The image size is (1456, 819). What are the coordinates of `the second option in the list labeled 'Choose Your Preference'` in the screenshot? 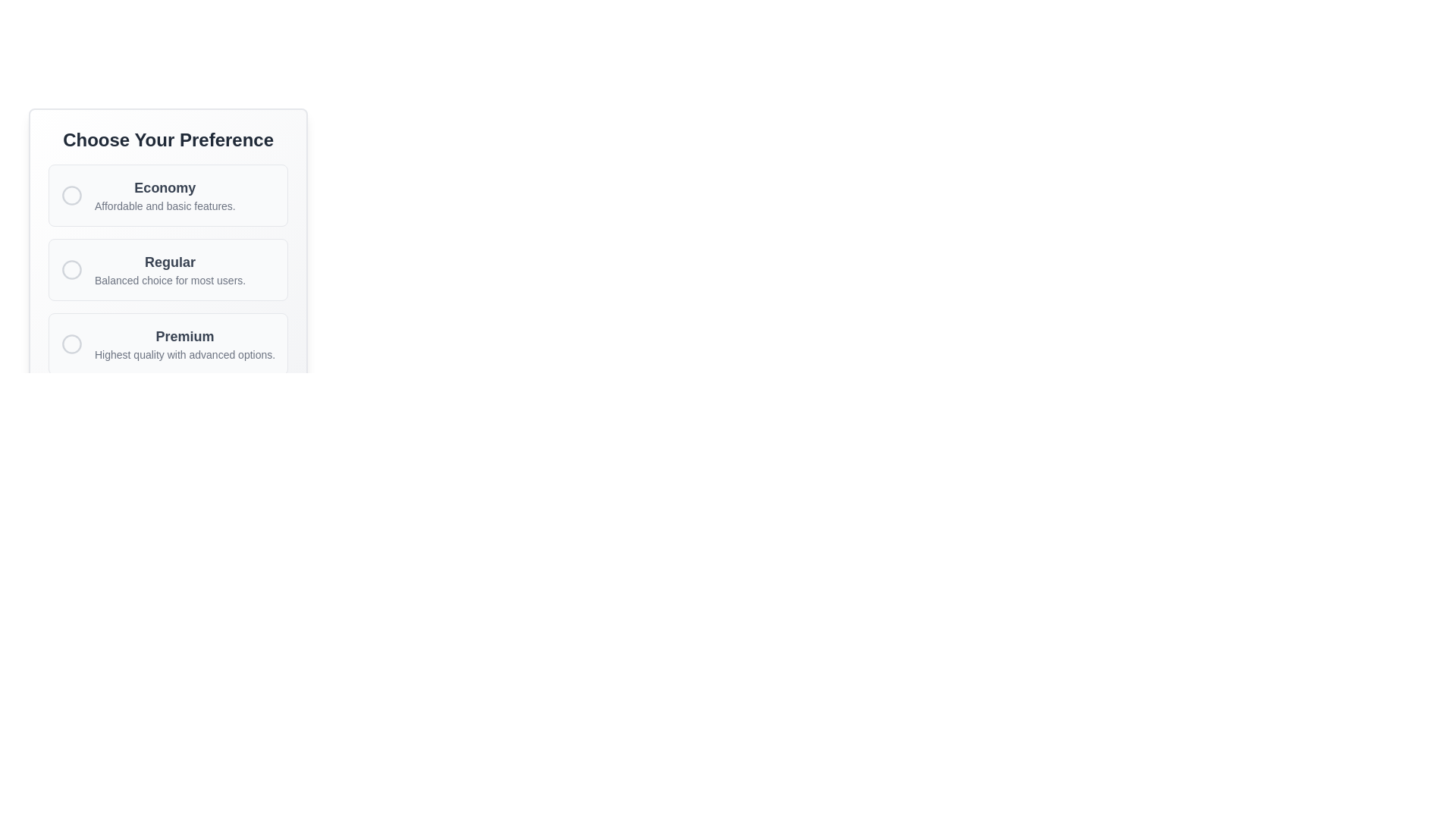 It's located at (168, 250).